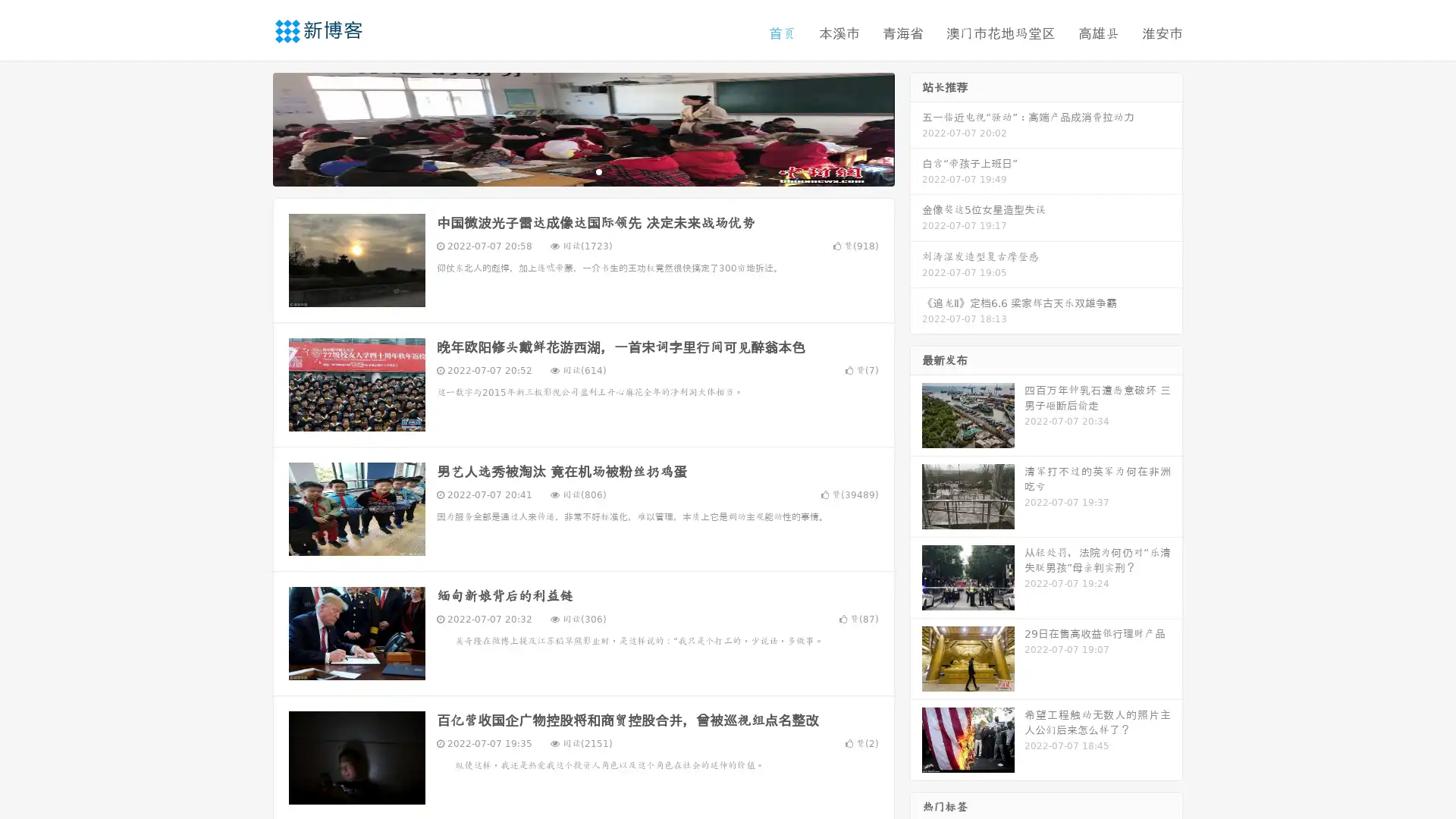  I want to click on Previous slide, so click(250, 127).